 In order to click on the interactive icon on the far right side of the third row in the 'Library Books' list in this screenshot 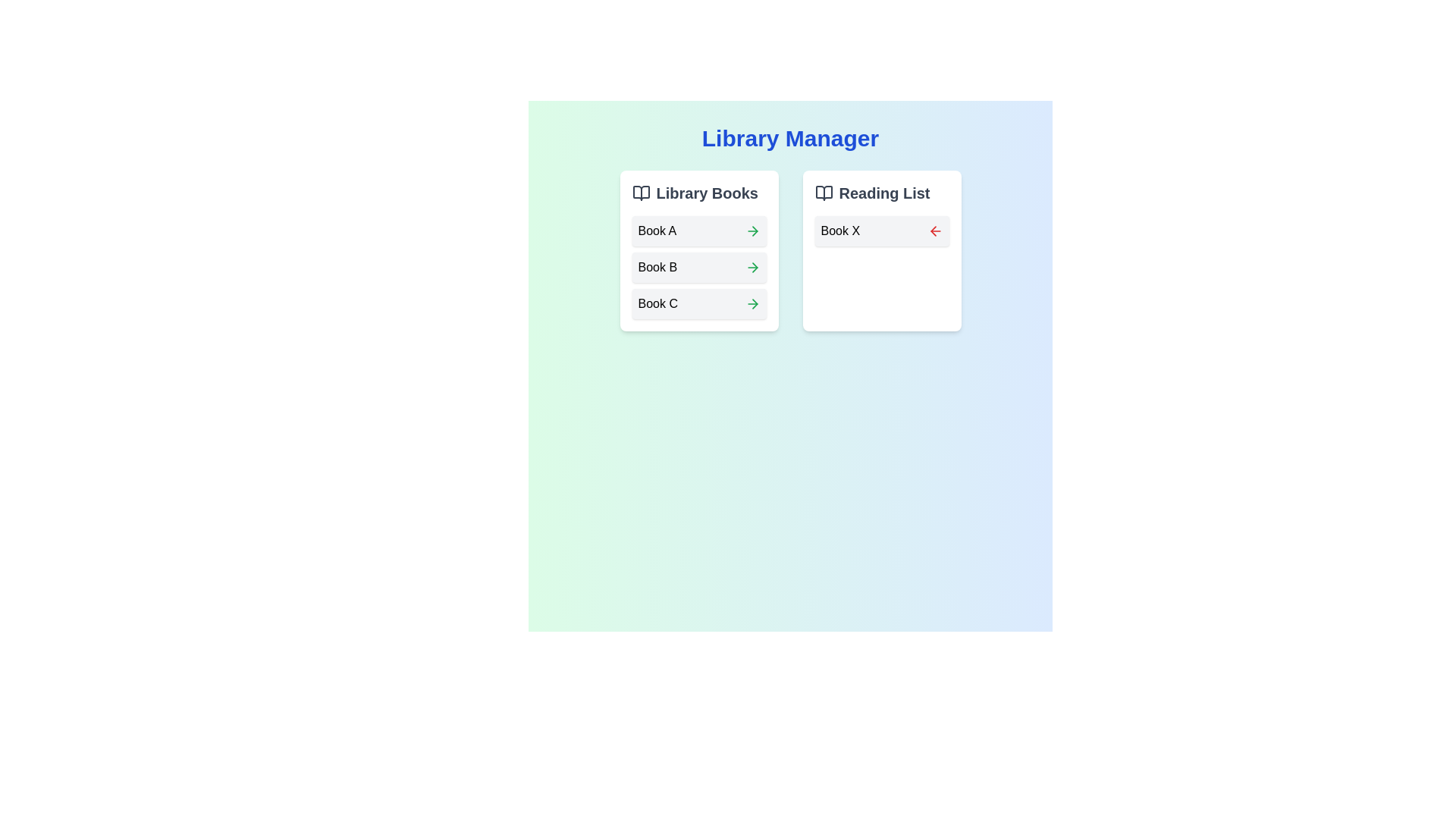, I will do `click(752, 304)`.